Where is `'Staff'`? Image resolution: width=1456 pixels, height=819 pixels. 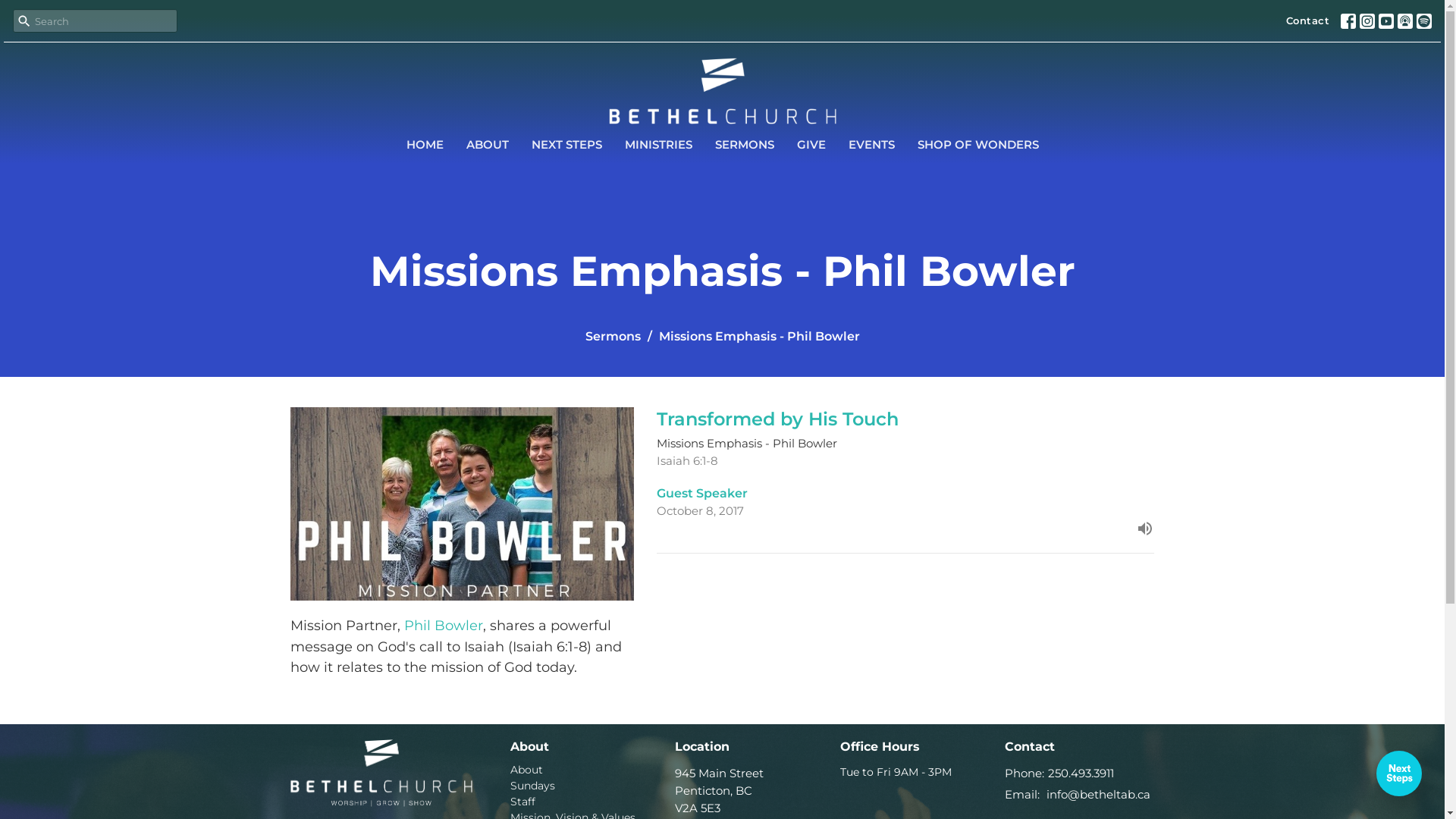
'Staff' is located at coordinates (522, 800).